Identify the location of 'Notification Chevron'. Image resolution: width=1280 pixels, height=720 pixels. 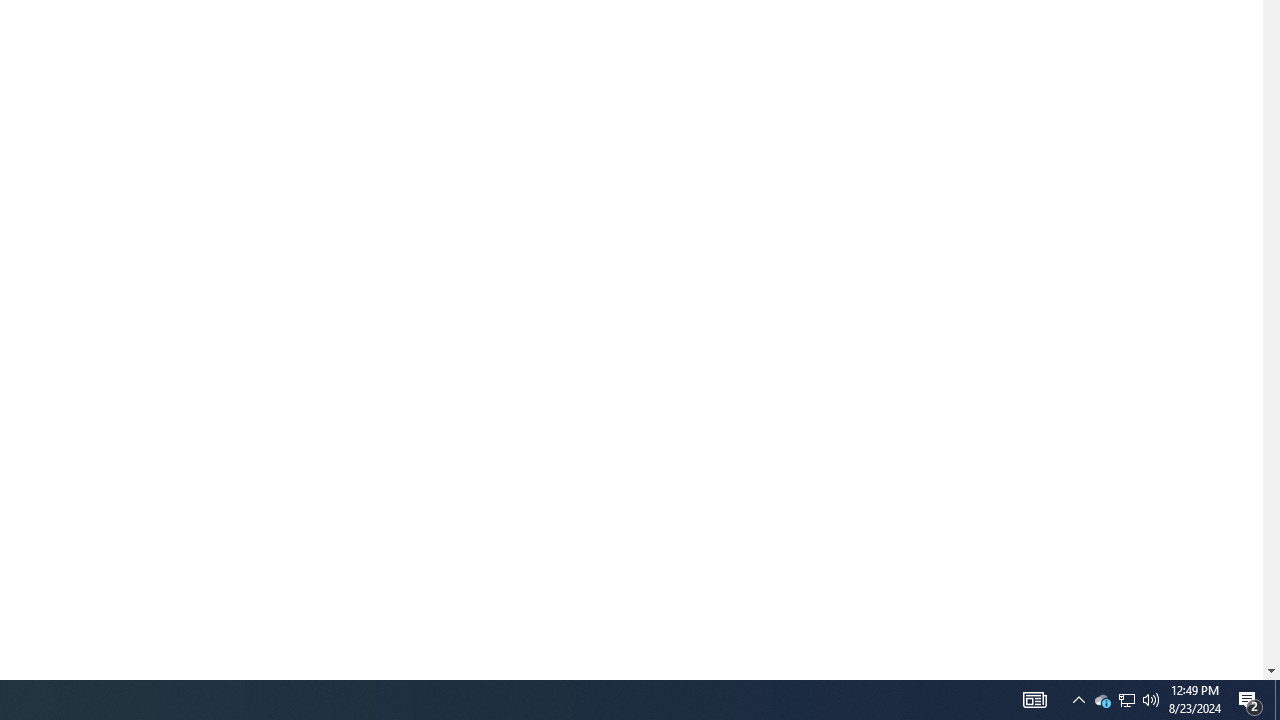
(1078, 698).